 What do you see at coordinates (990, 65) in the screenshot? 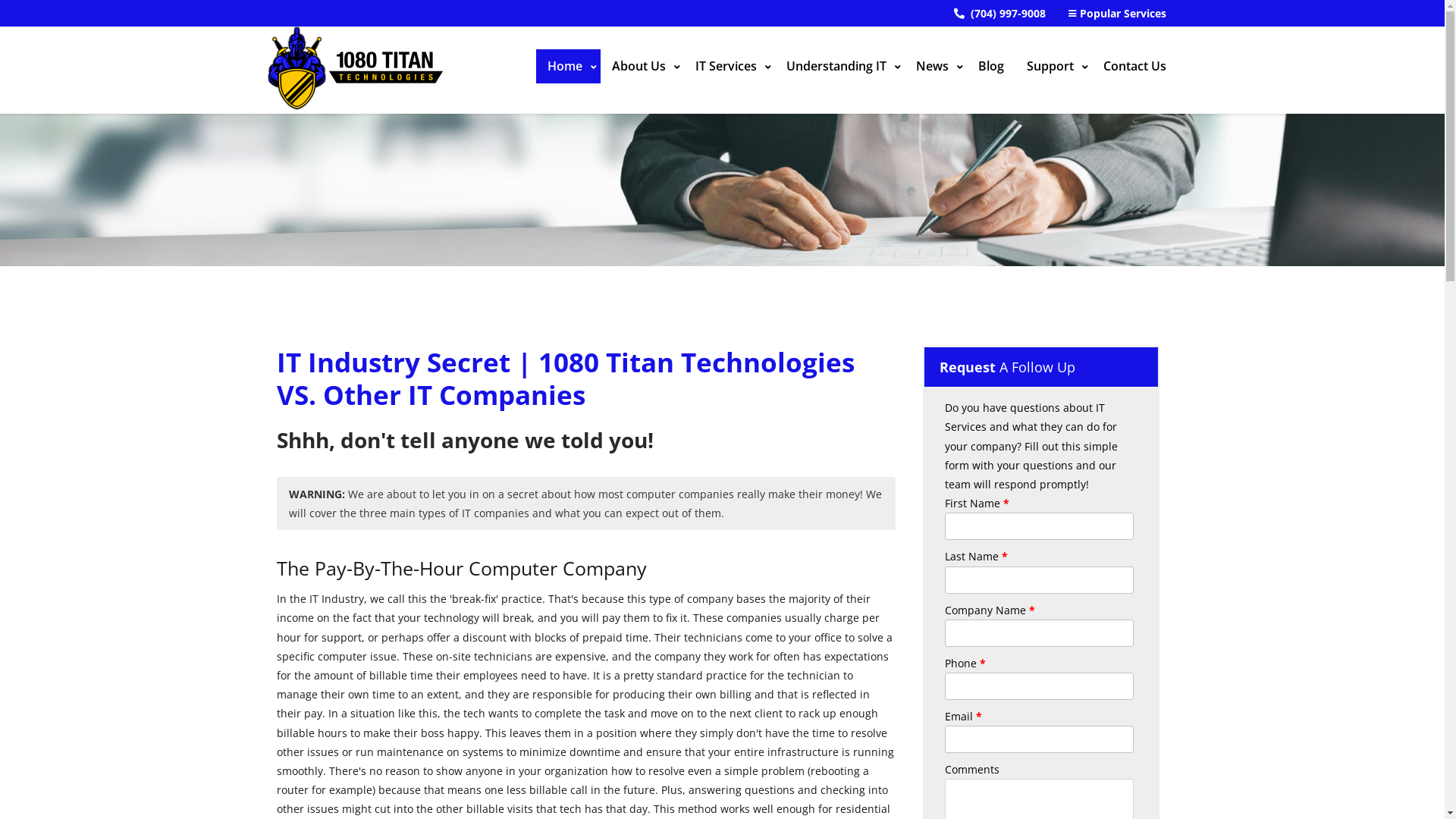
I see `'Blog'` at bounding box center [990, 65].